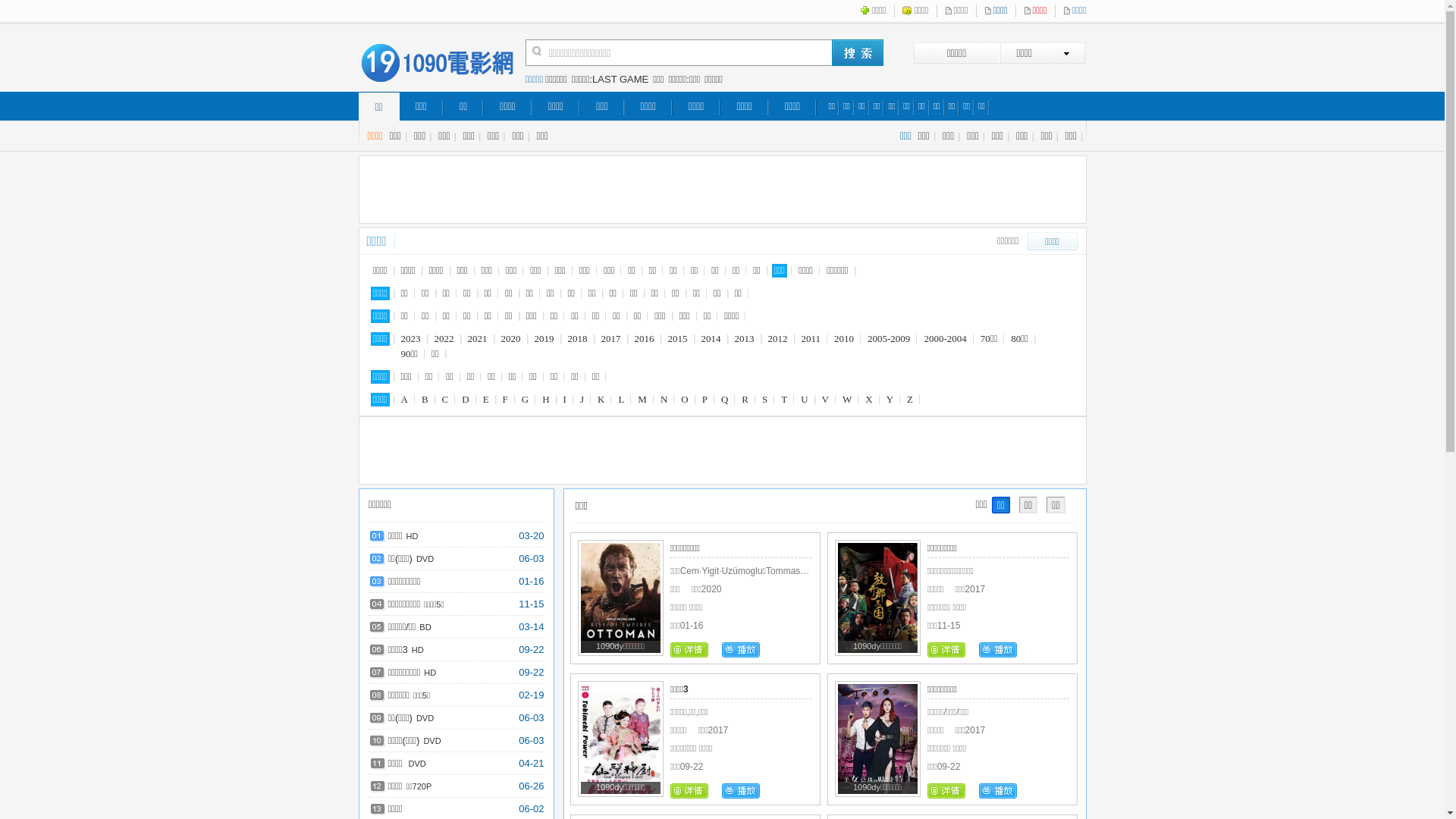 This screenshot has height=819, width=1456. I want to click on 'K', so click(600, 399).